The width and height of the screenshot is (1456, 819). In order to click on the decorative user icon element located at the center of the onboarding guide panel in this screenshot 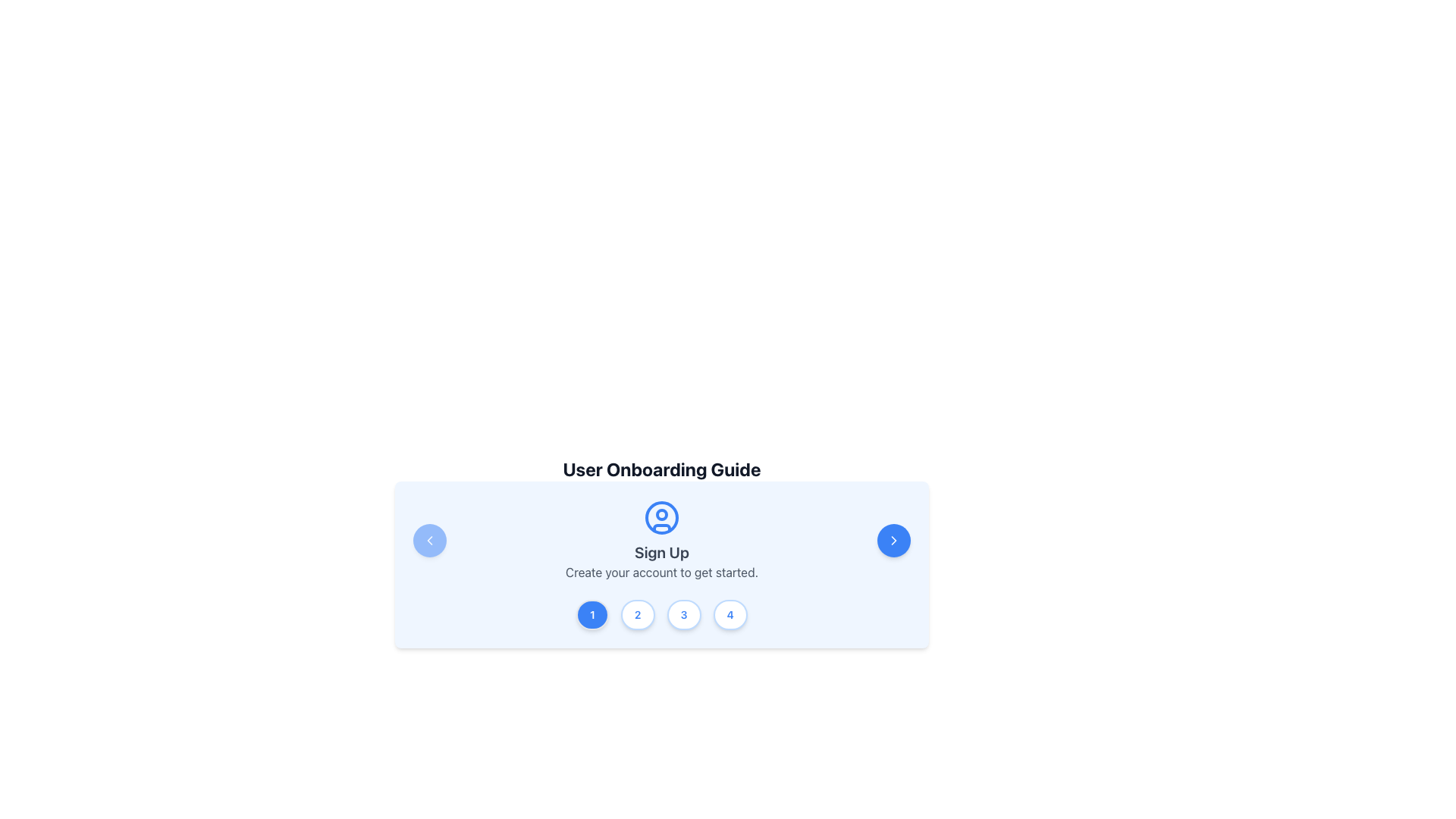, I will do `click(662, 526)`.